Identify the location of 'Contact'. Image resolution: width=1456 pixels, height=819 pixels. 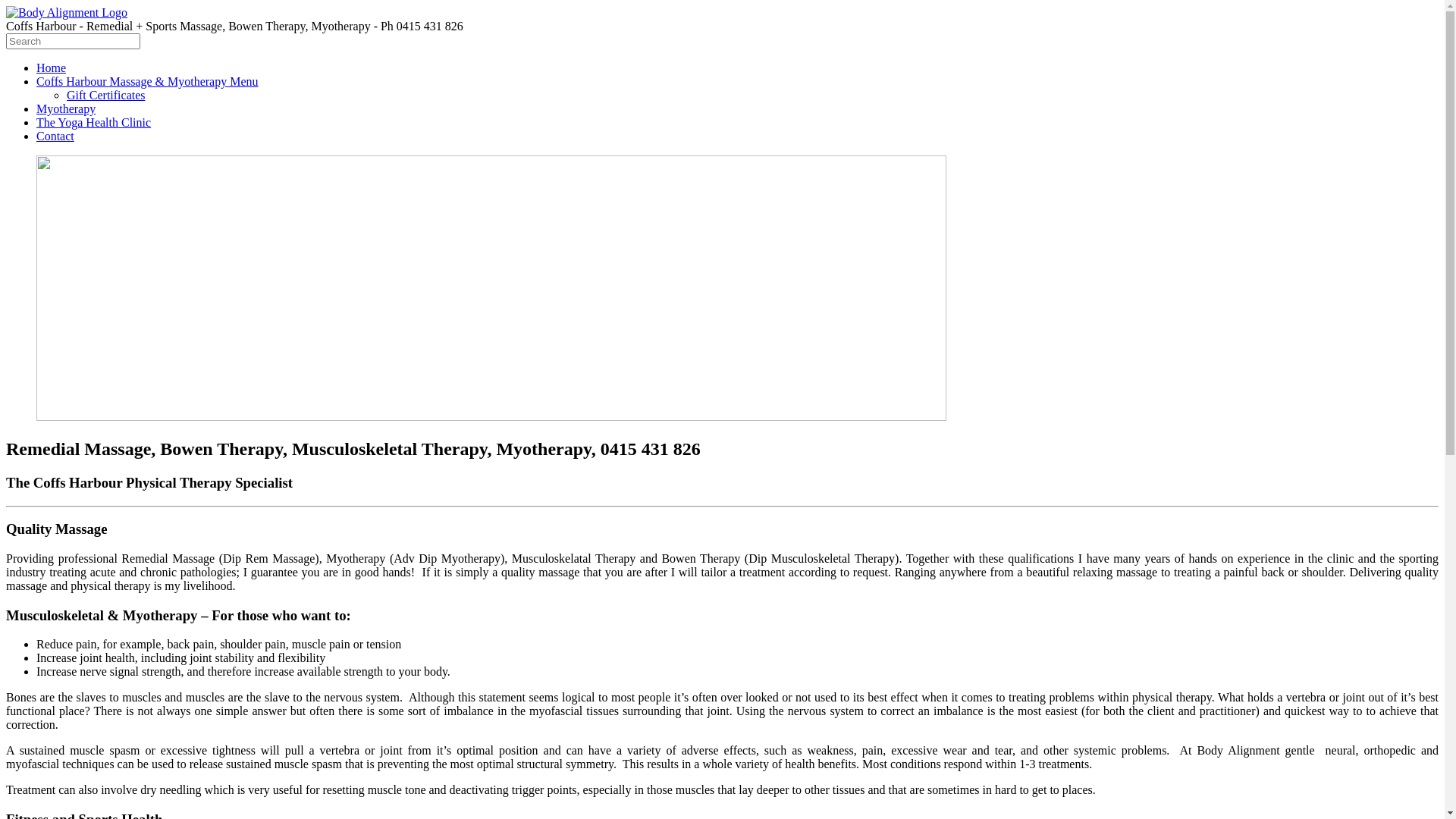
(36, 135).